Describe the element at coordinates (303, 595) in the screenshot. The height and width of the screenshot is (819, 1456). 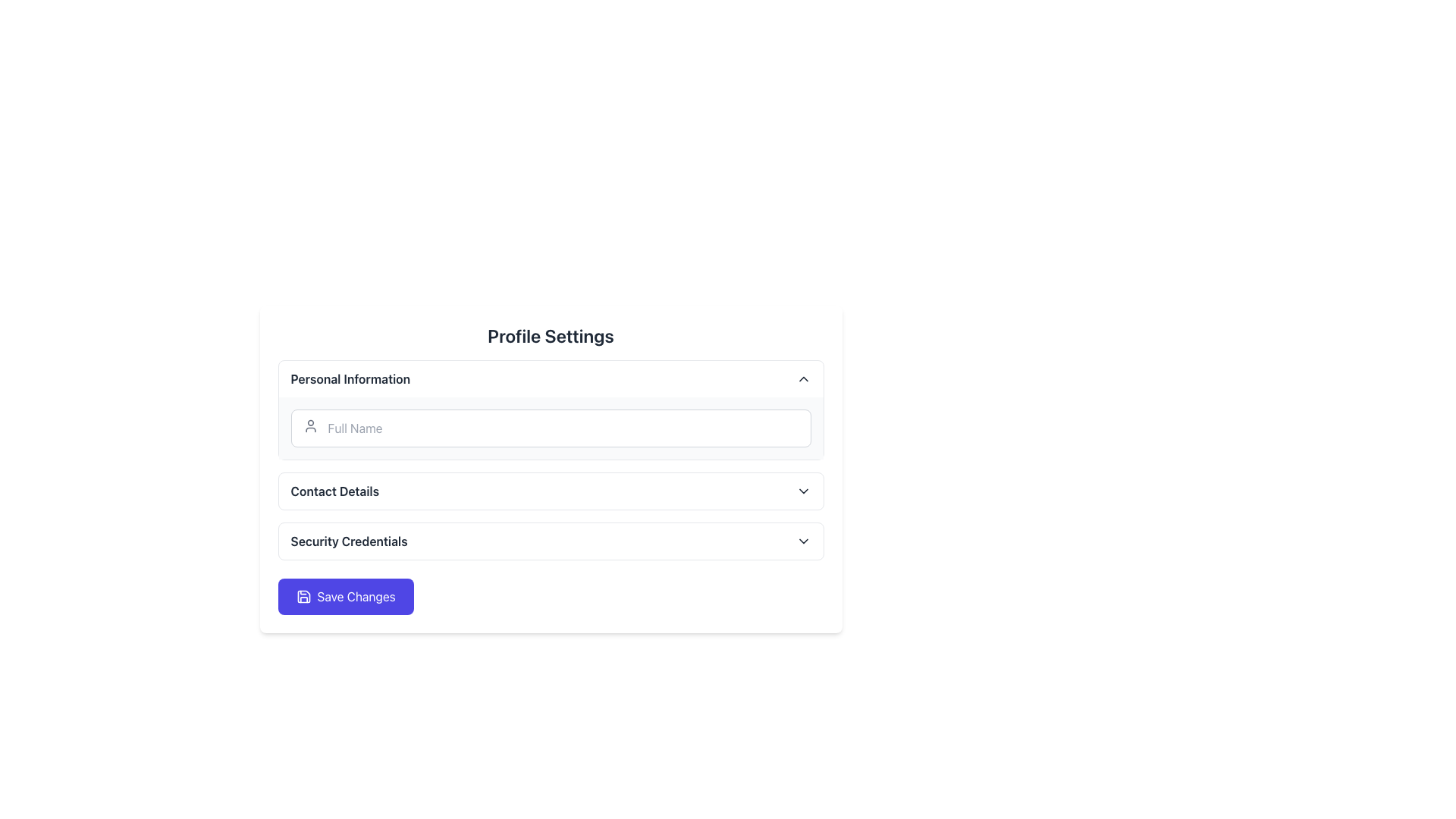
I see `the icon within the 'Save Changes' button, which visually indicates its purpose to save changes made in the form` at that location.